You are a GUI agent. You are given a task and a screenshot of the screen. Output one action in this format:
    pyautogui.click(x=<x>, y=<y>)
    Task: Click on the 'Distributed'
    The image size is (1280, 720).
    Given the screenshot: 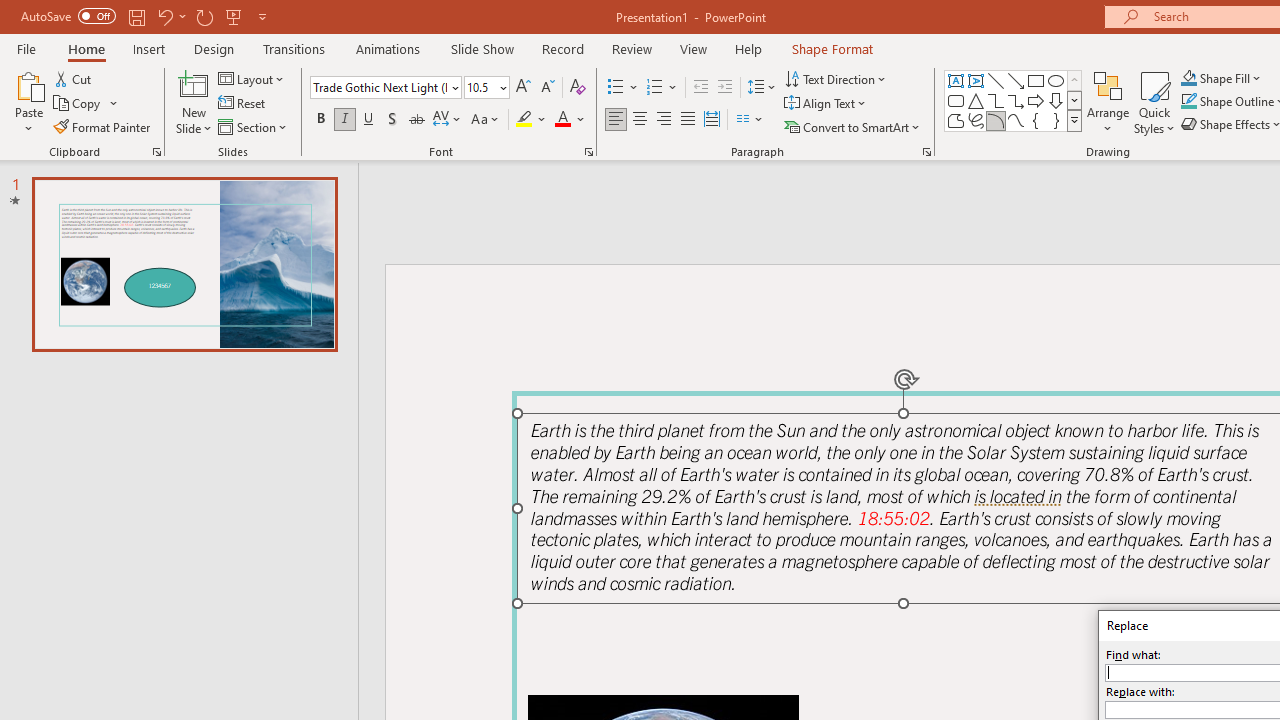 What is the action you would take?
    pyautogui.click(x=712, y=119)
    